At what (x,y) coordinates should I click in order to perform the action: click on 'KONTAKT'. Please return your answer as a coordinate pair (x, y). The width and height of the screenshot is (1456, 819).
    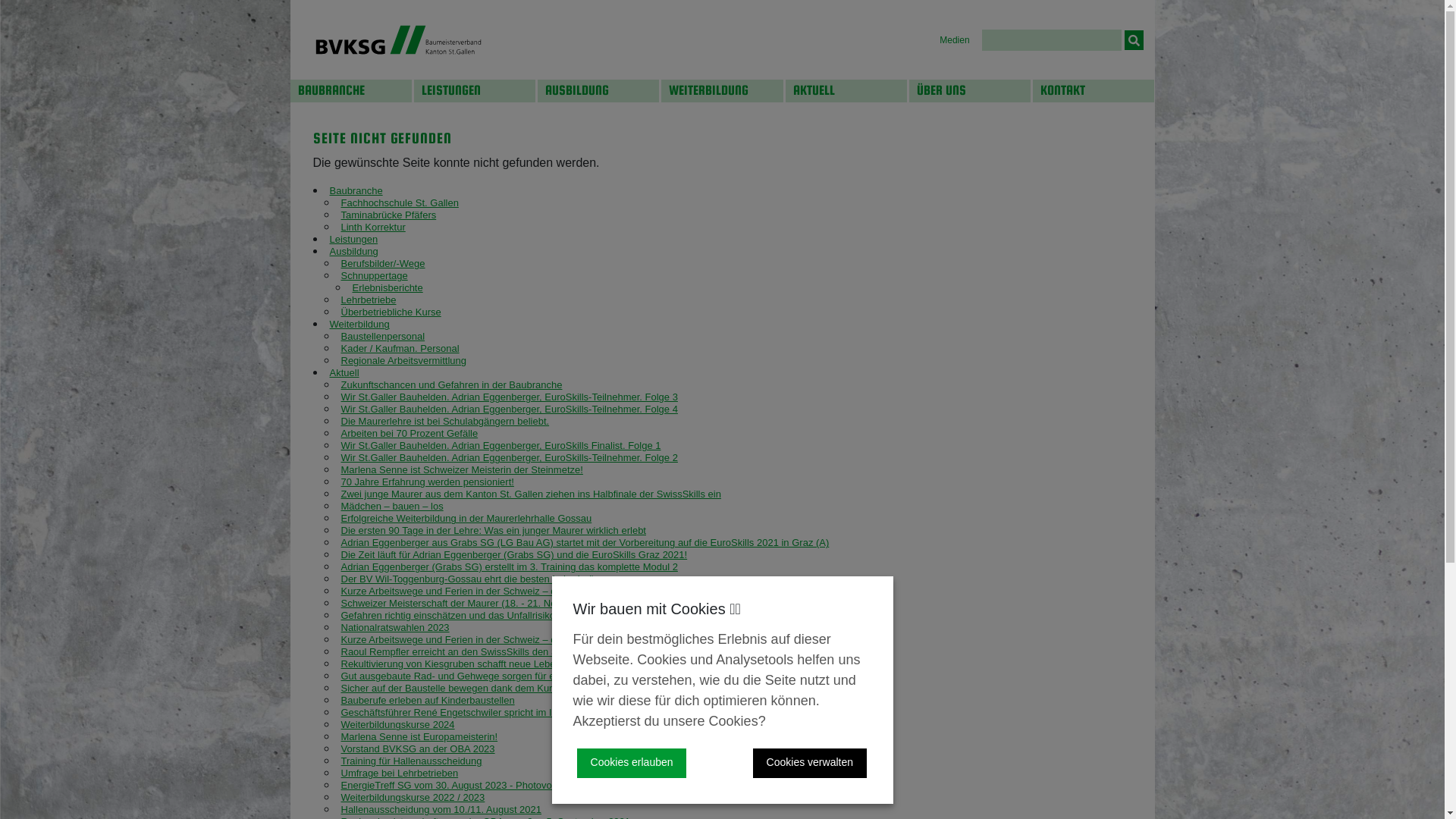
    Looking at the image, I should click on (1093, 90).